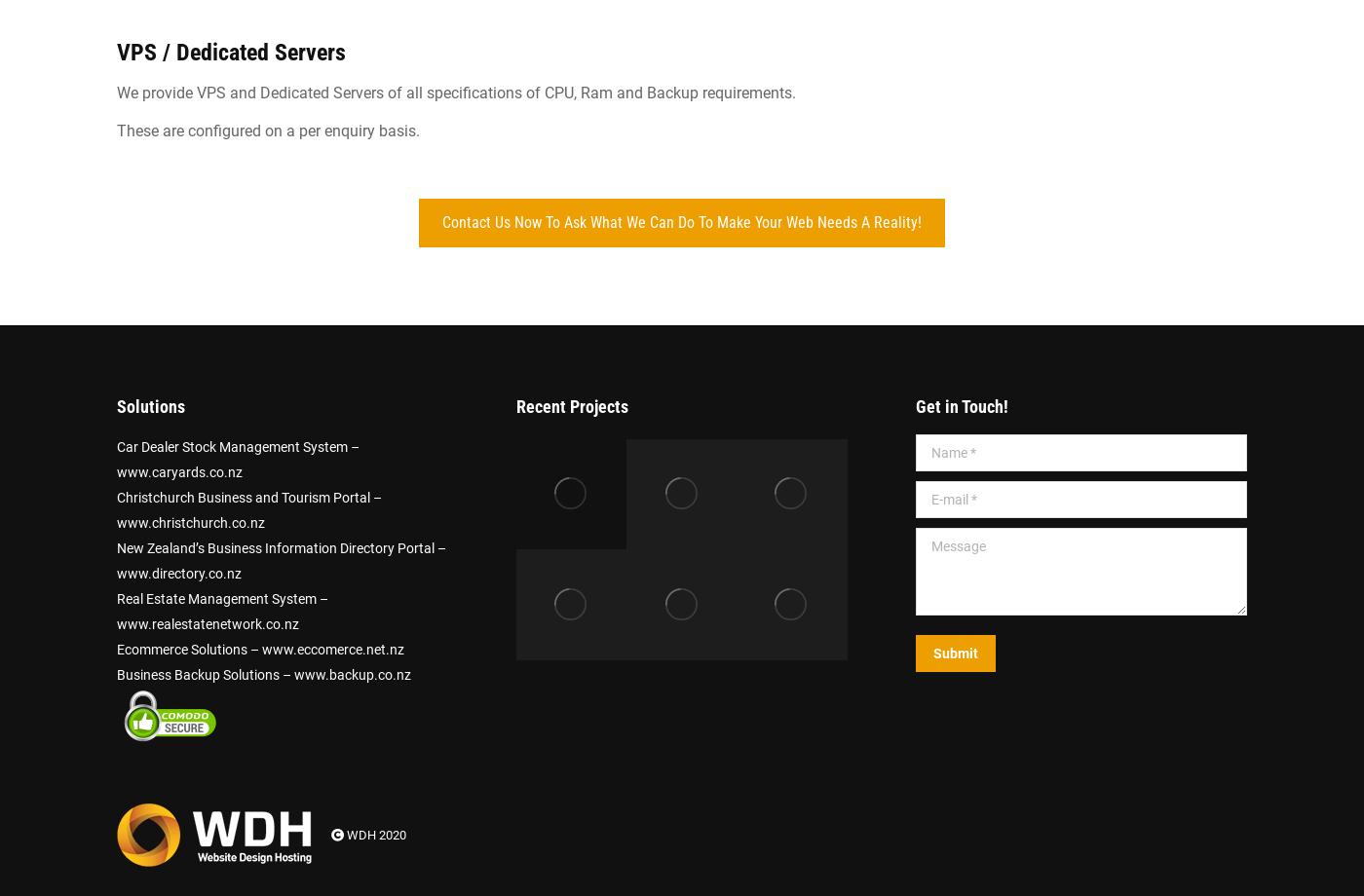 This screenshot has height=896, width=1364. Describe the element at coordinates (222, 610) in the screenshot. I see `'Real Estate Management System – www.realestatenetwork.co.nz'` at that location.